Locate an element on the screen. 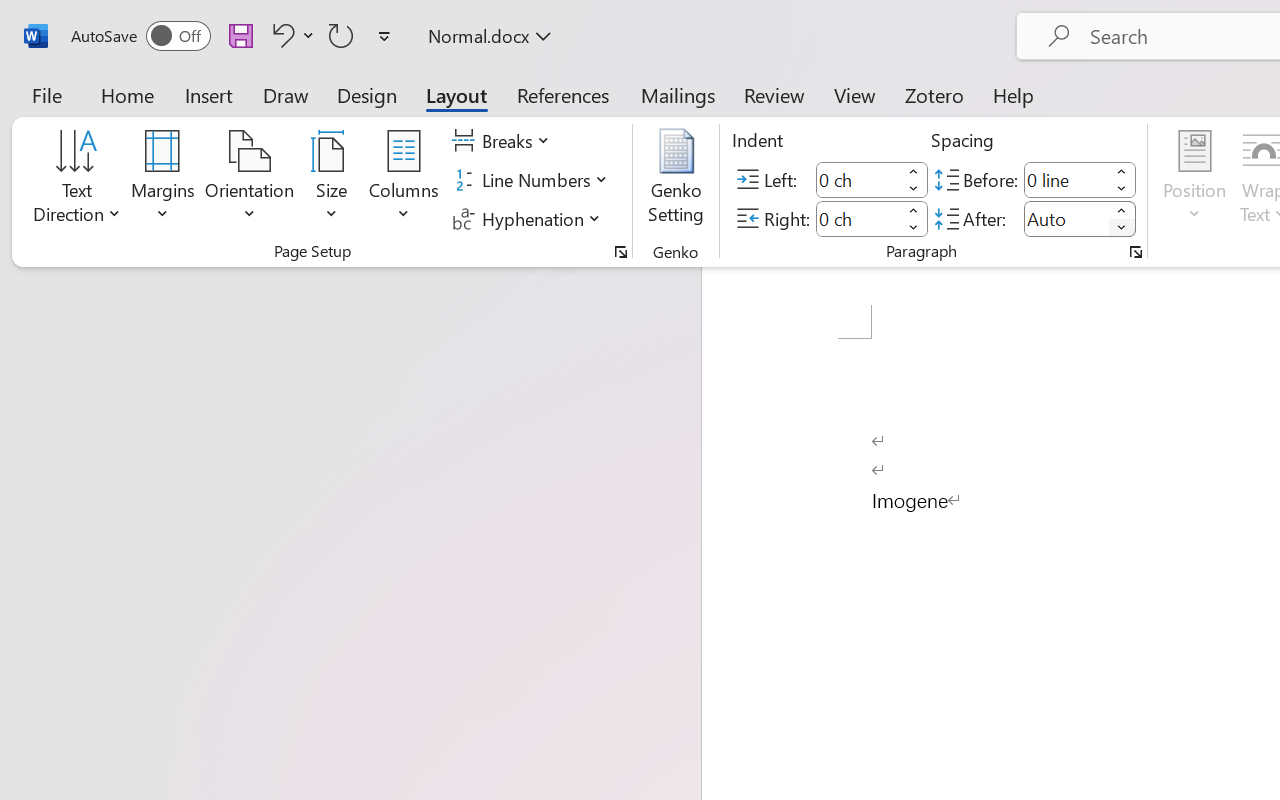  'Hyphenation' is located at coordinates (529, 218).